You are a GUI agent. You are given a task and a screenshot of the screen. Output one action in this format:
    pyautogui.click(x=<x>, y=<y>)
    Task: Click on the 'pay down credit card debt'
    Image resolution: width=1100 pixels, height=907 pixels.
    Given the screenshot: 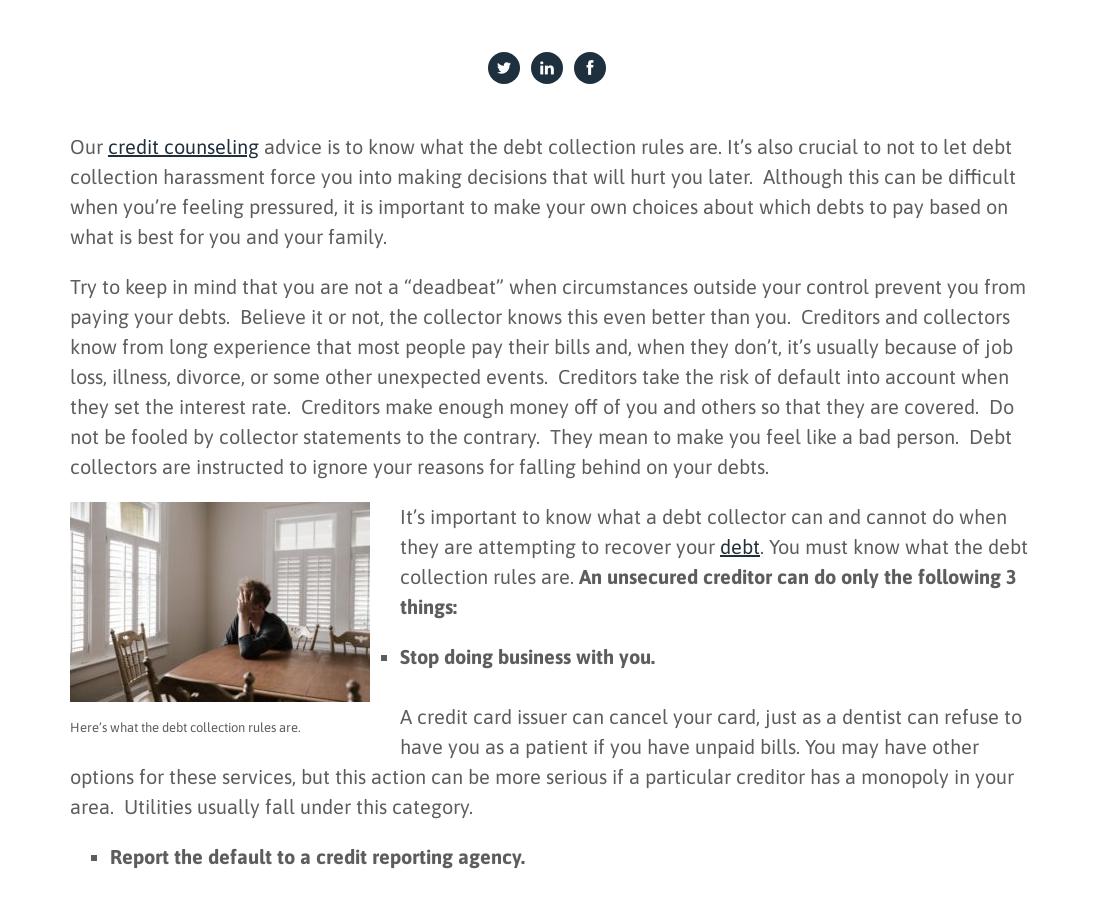 What is the action you would take?
    pyautogui.click(x=147, y=748)
    